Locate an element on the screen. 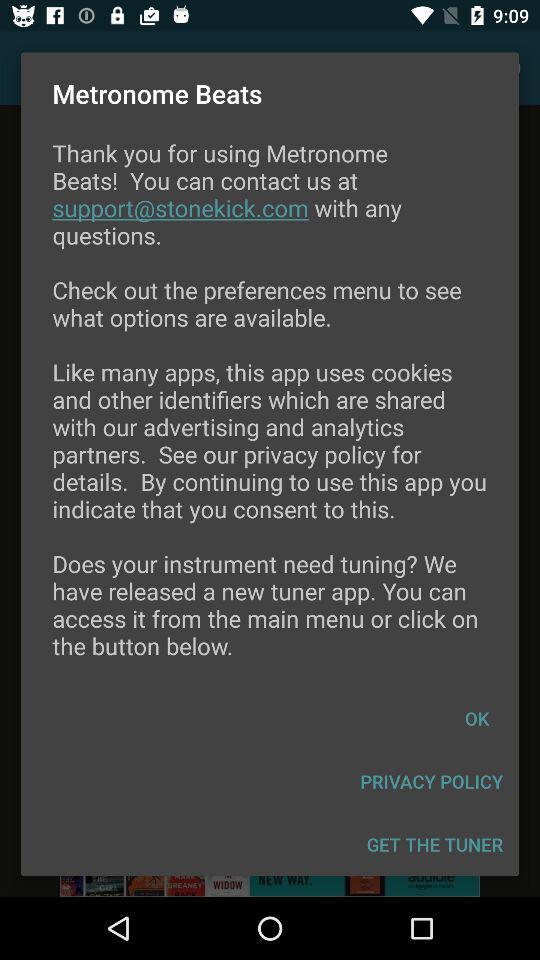 The height and width of the screenshot is (960, 540). the privacy policy is located at coordinates (430, 781).